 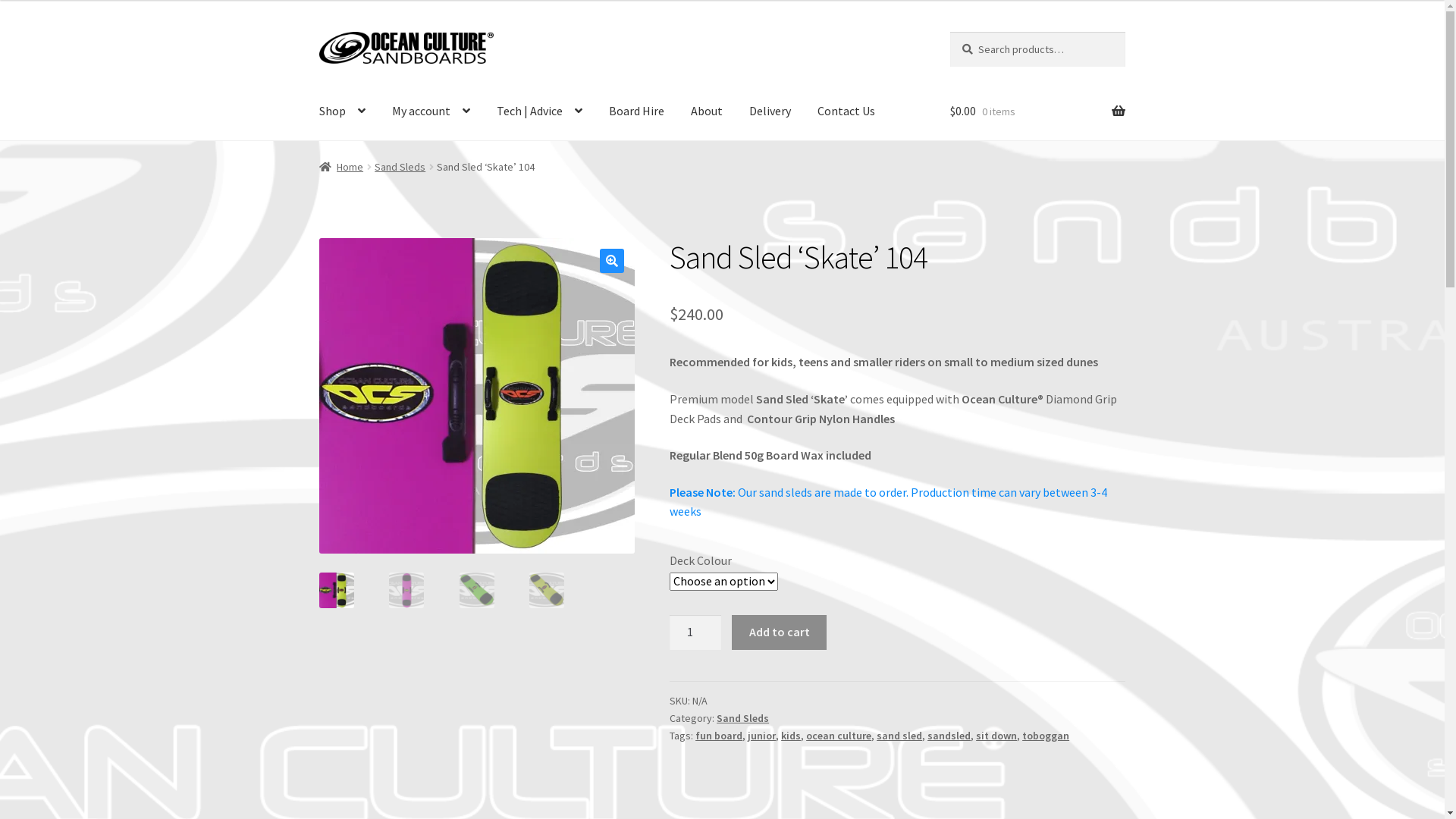 What do you see at coordinates (475, 394) in the screenshot?
I see `'Ocean Culture Sandboards [ Board Model - 'Skate' Sand Sled ]'` at bounding box center [475, 394].